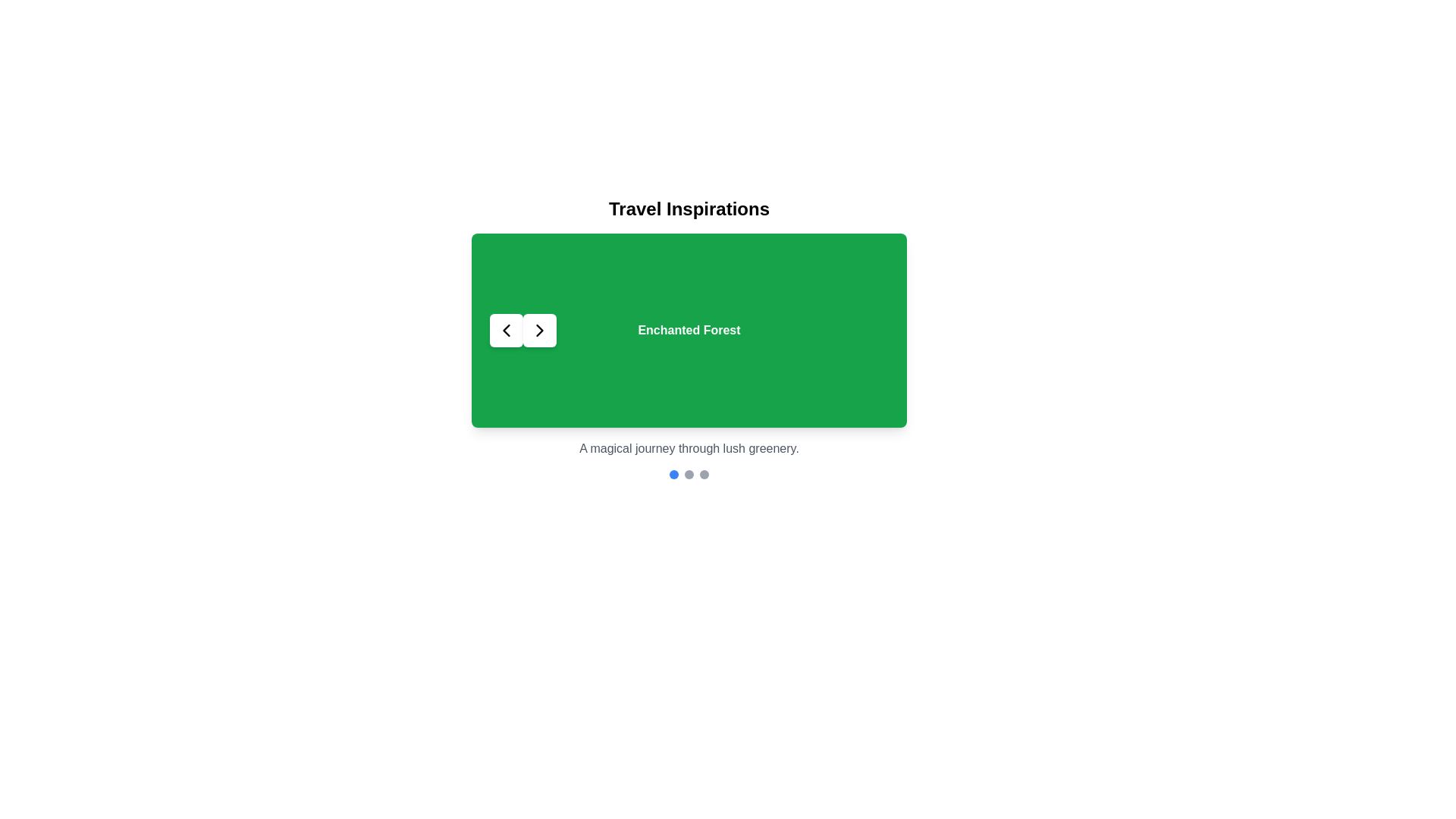 This screenshot has width=1456, height=819. I want to click on the navigation button with an embedded icon located at the top-left corner of the green rectangle, so click(506, 329).